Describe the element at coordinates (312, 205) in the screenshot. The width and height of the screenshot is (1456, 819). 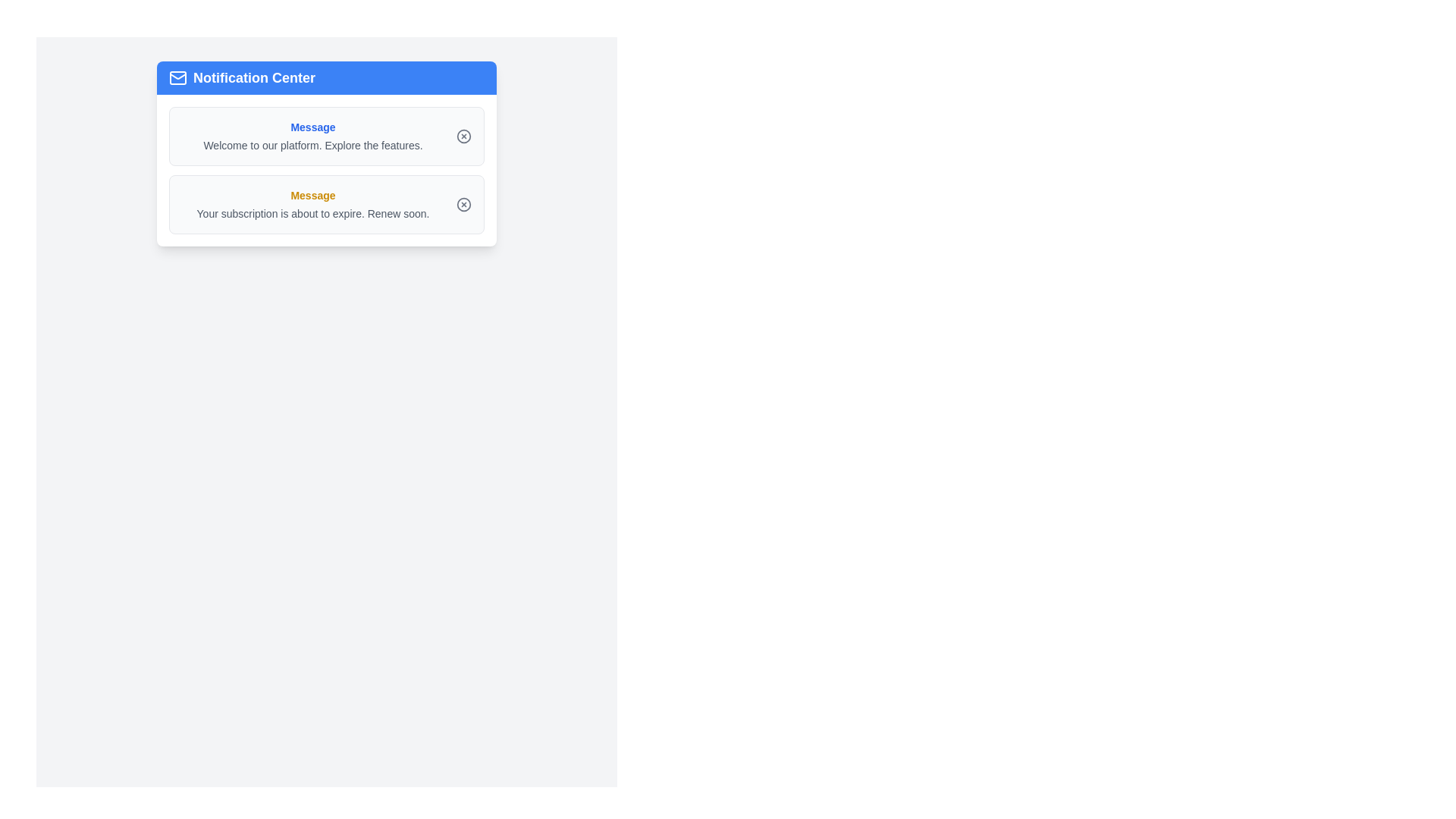
I see `warning message about subscription expiration displayed in the second notification of the 'Notification Center' component, located centrally in the viewport` at that location.